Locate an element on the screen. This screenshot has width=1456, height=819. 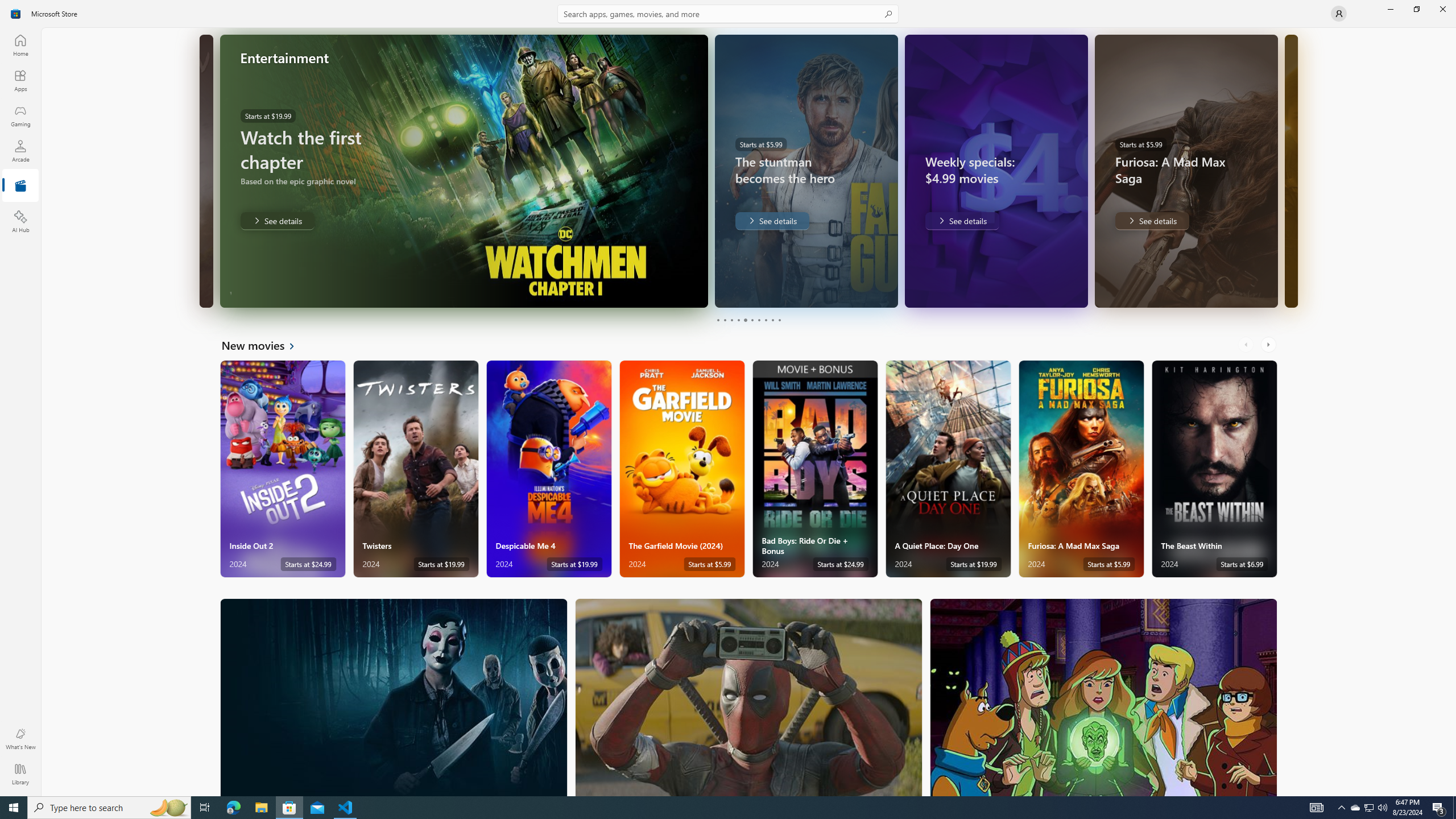
'Page 5' is located at coordinates (744, 320).